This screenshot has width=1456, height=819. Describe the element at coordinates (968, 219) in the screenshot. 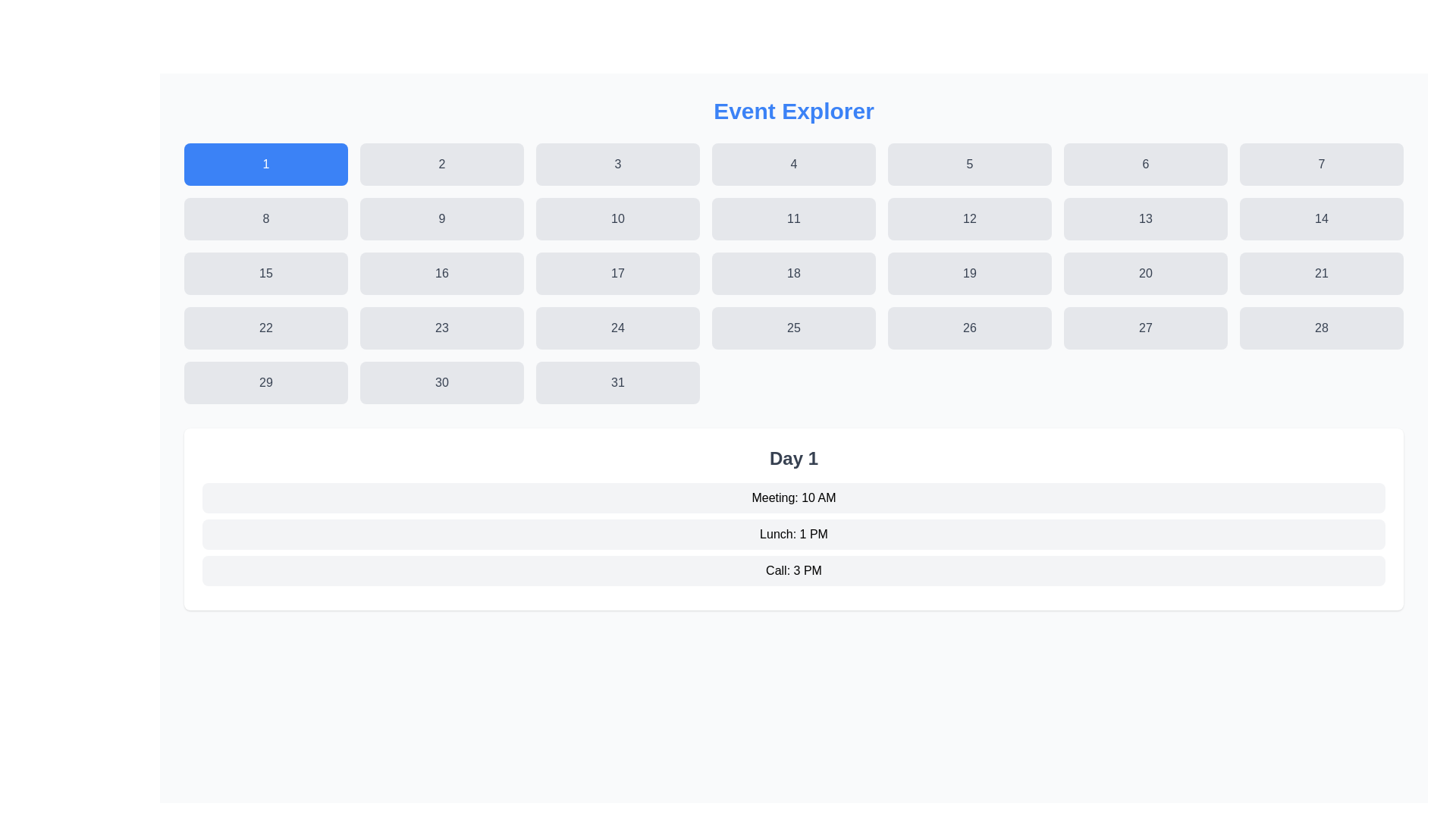

I see `the button located in the second row, fifth column of the grid under the 'Event Explorer' heading` at that location.